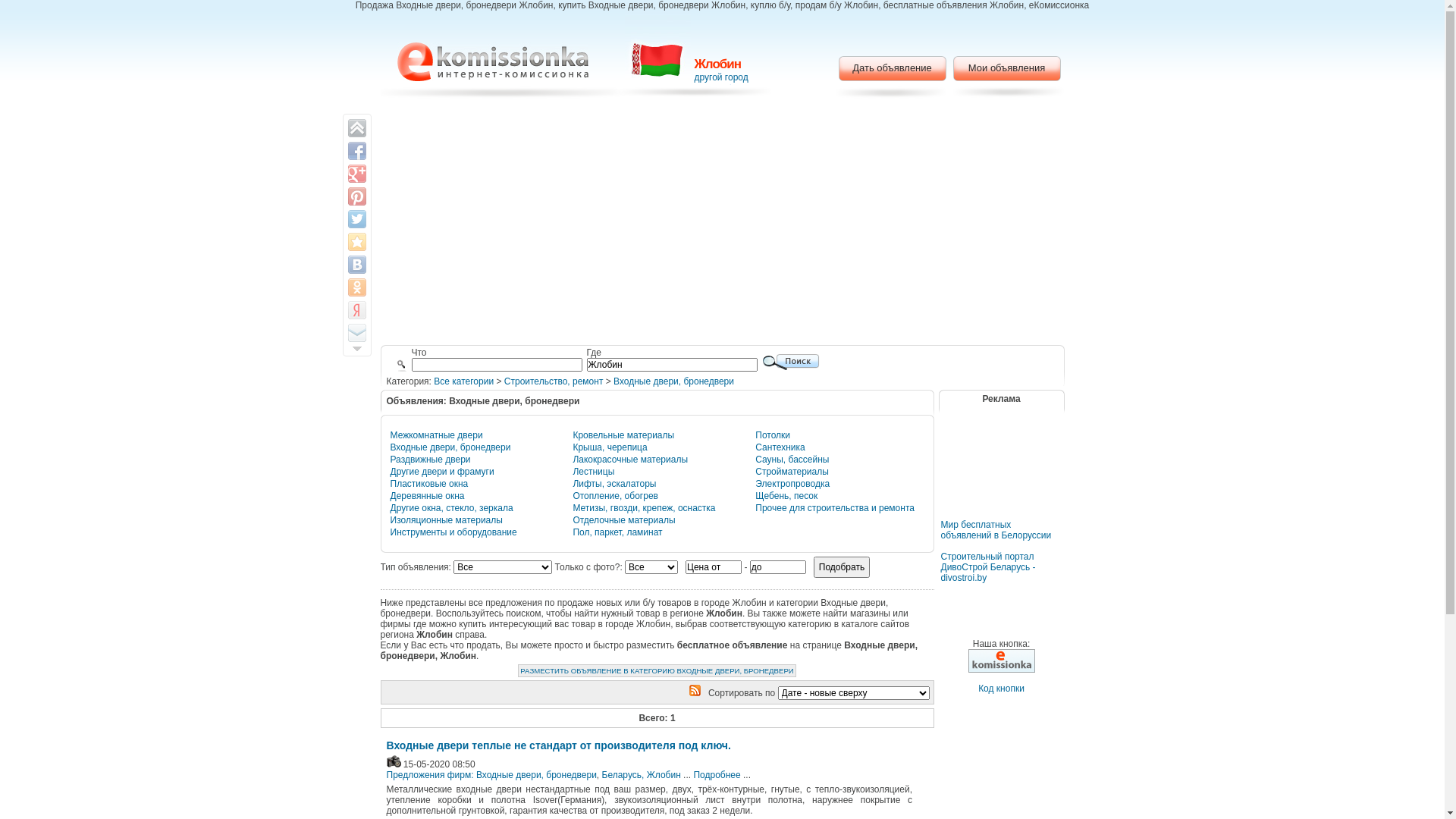 The width and height of the screenshot is (1456, 819). Describe the element at coordinates (356, 151) in the screenshot. I see `'Share on Facebook'` at that location.